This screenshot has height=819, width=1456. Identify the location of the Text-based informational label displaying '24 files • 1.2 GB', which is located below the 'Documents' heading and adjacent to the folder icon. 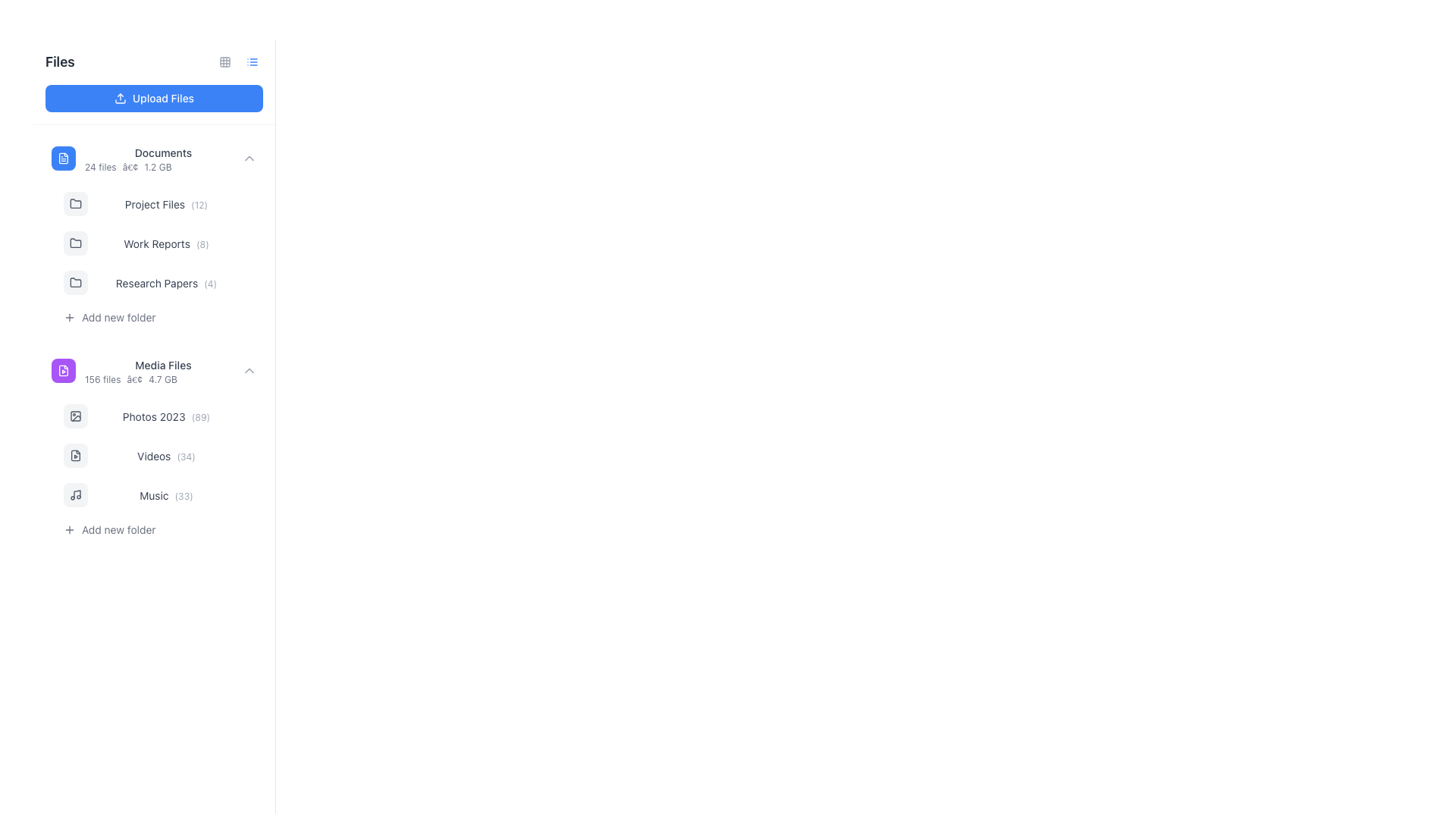
(163, 167).